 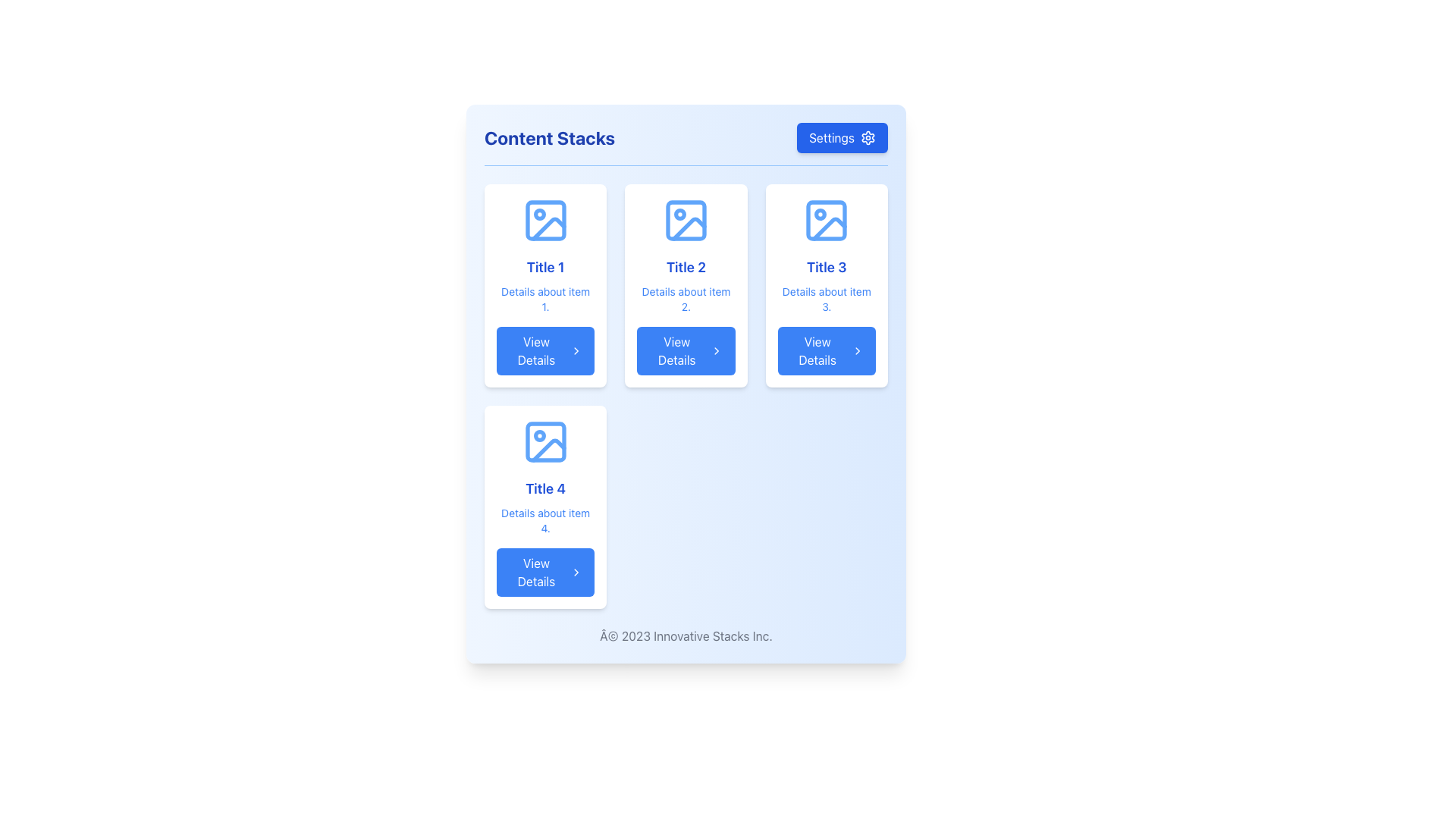 What do you see at coordinates (545, 299) in the screenshot?
I see `the descriptive text label that reads 'Details about item 1.' which is located near the center of the first card in the grid layout, positioned directly below 'Title 1' and above the 'View Details' button` at bounding box center [545, 299].